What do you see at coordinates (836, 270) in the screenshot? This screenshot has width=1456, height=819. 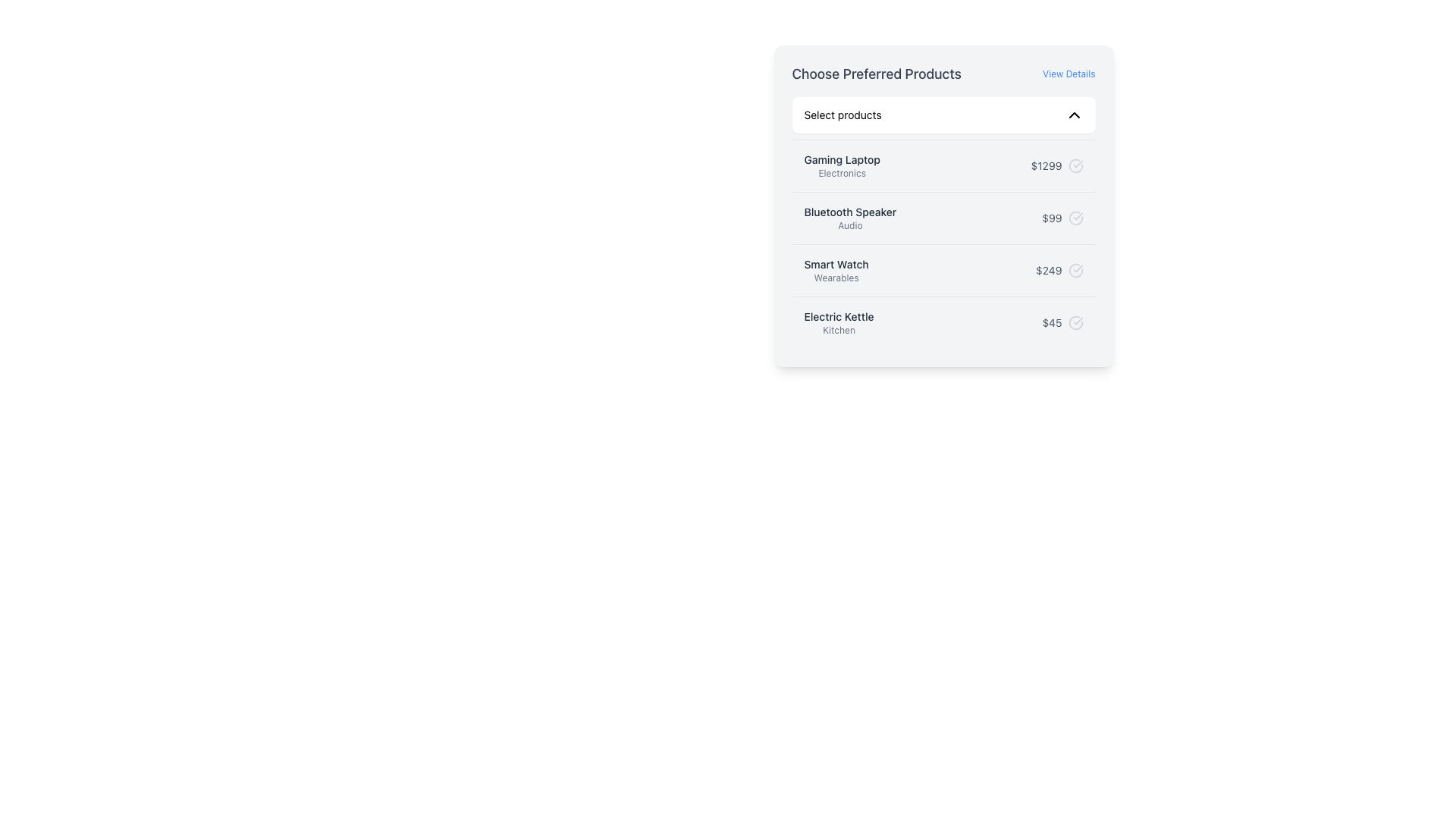 I see `the two-line textual element labeled 'Smart Watch' with 'Wearables' underneath, which is positioned third in a vertically listed product menu` at bounding box center [836, 270].